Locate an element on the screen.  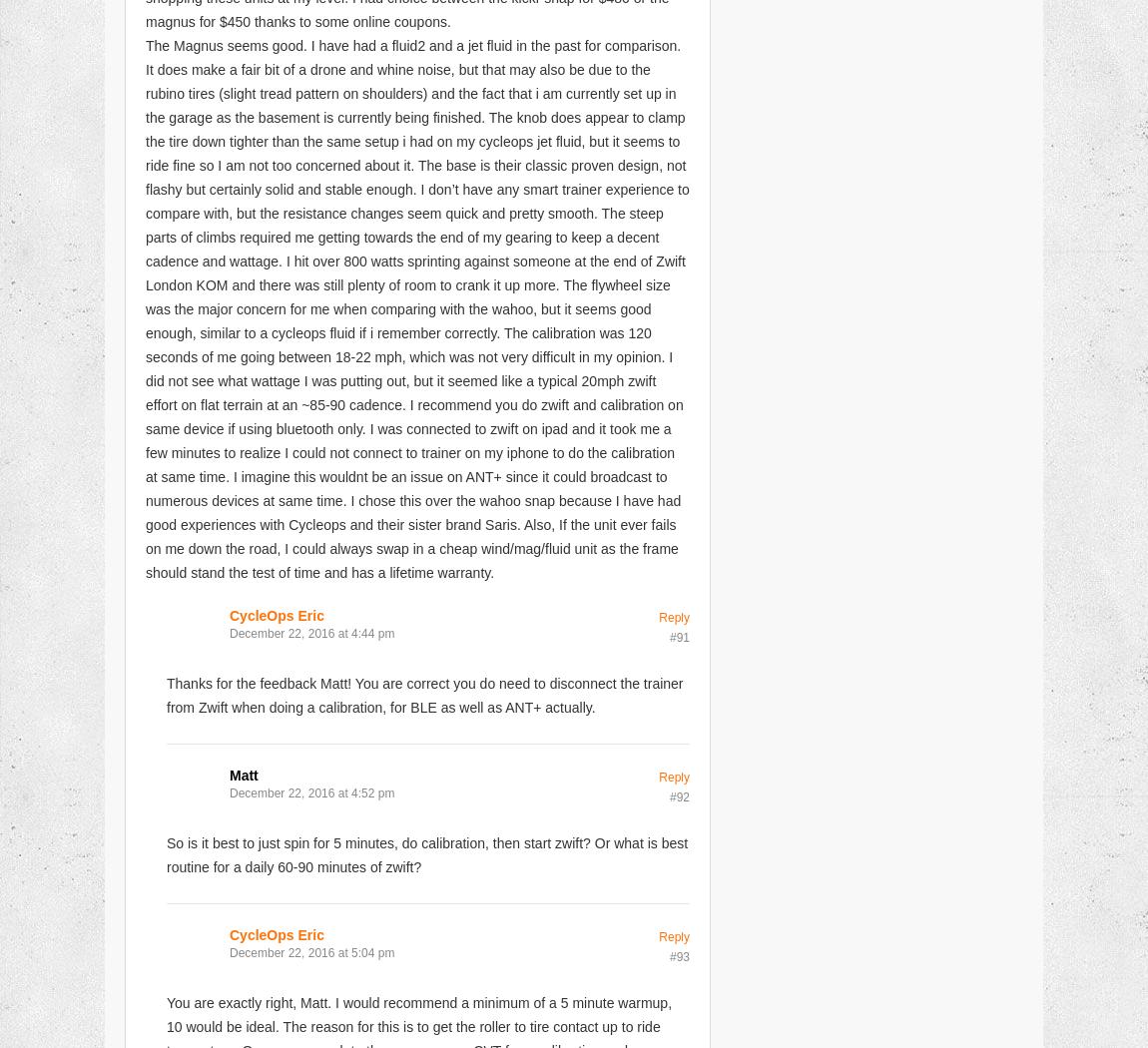
'December 22, 2016 at 5:04 pm' is located at coordinates (229, 951).